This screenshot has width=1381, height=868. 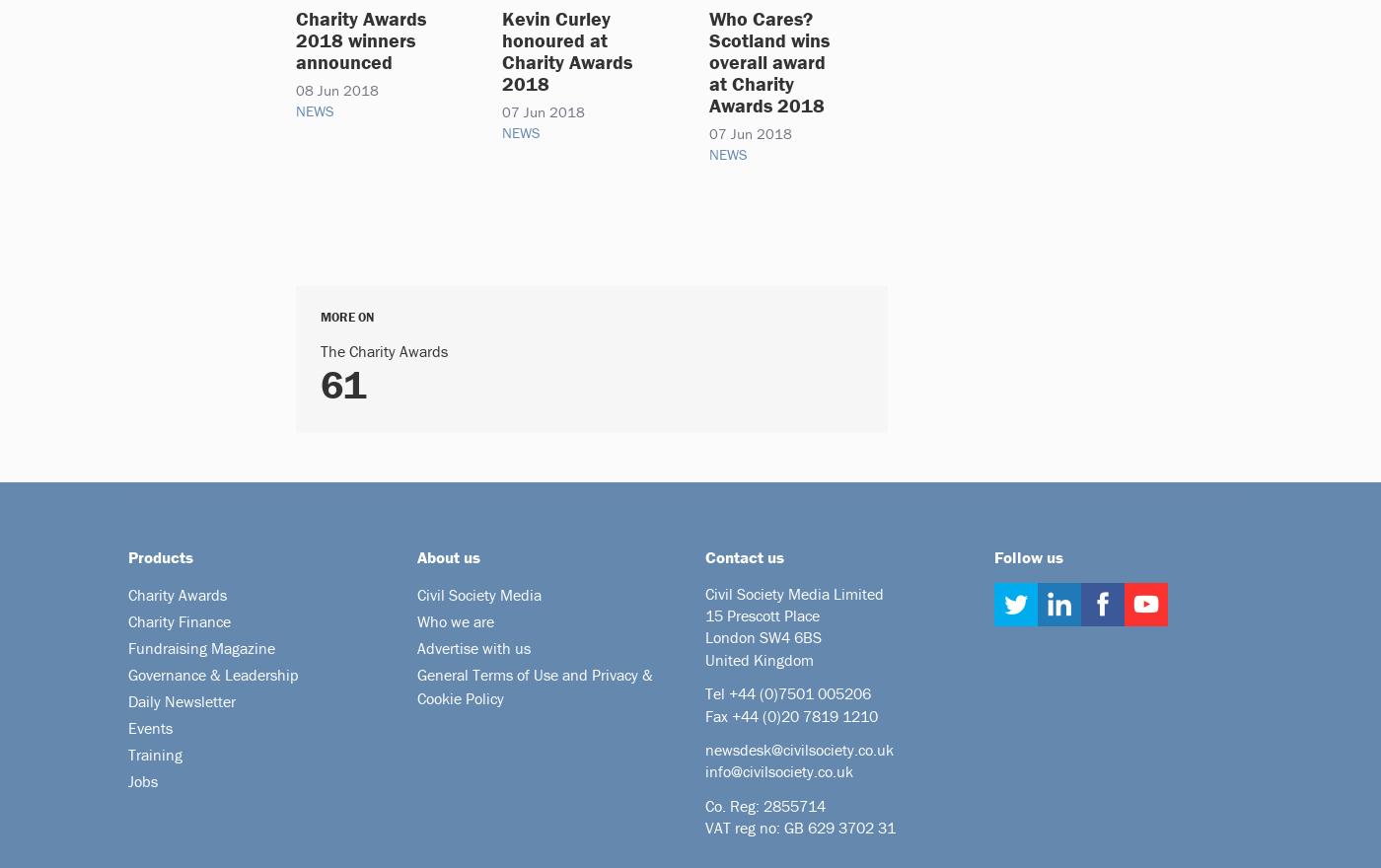 What do you see at coordinates (815, 693) in the screenshot?
I see `'(0)7501 005206'` at bounding box center [815, 693].